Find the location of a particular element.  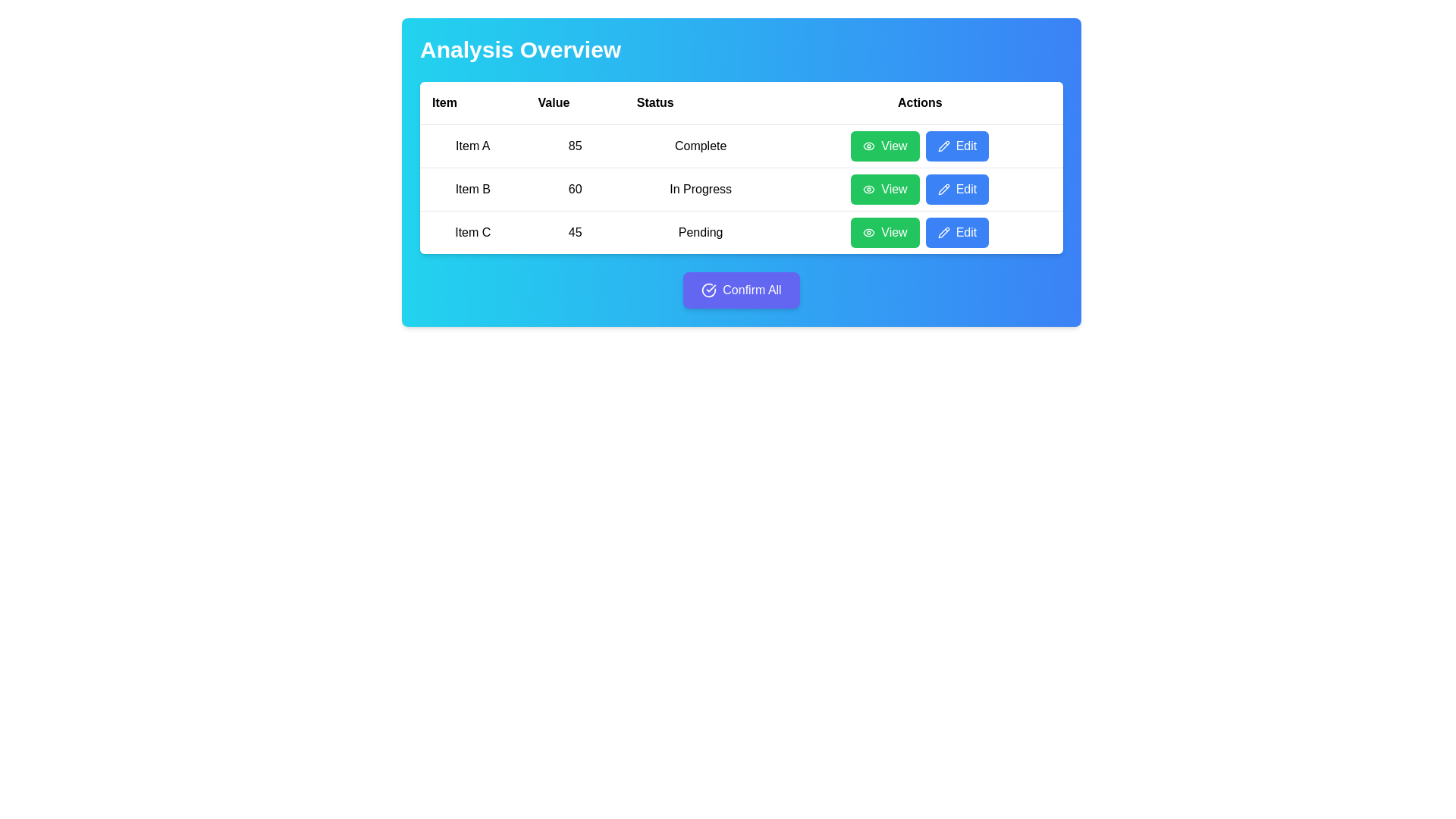

the green rectangular button labeled 'View' in the 'Actions' column of the first row is located at coordinates (885, 146).